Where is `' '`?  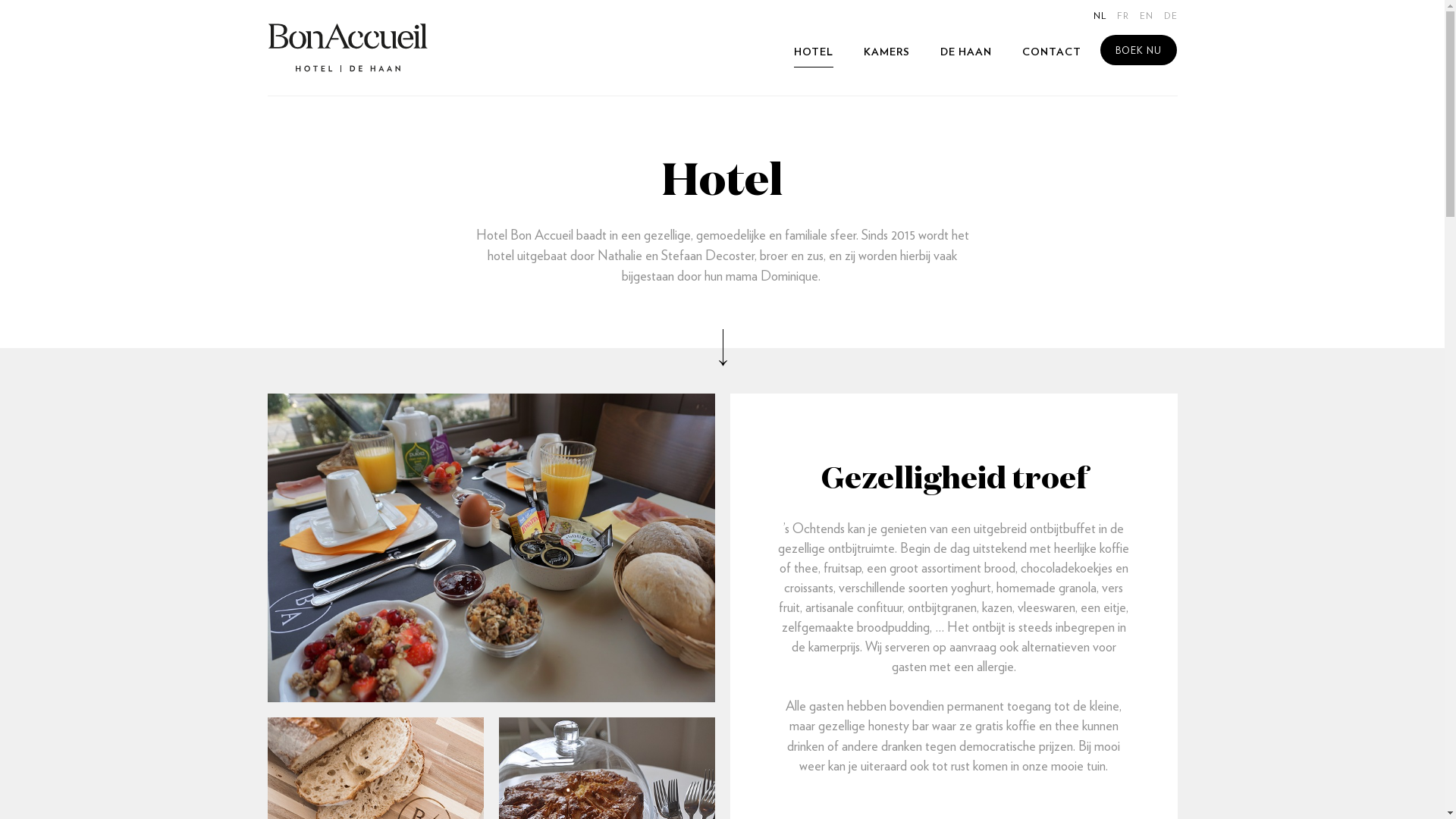 ' ' is located at coordinates (347, 46).